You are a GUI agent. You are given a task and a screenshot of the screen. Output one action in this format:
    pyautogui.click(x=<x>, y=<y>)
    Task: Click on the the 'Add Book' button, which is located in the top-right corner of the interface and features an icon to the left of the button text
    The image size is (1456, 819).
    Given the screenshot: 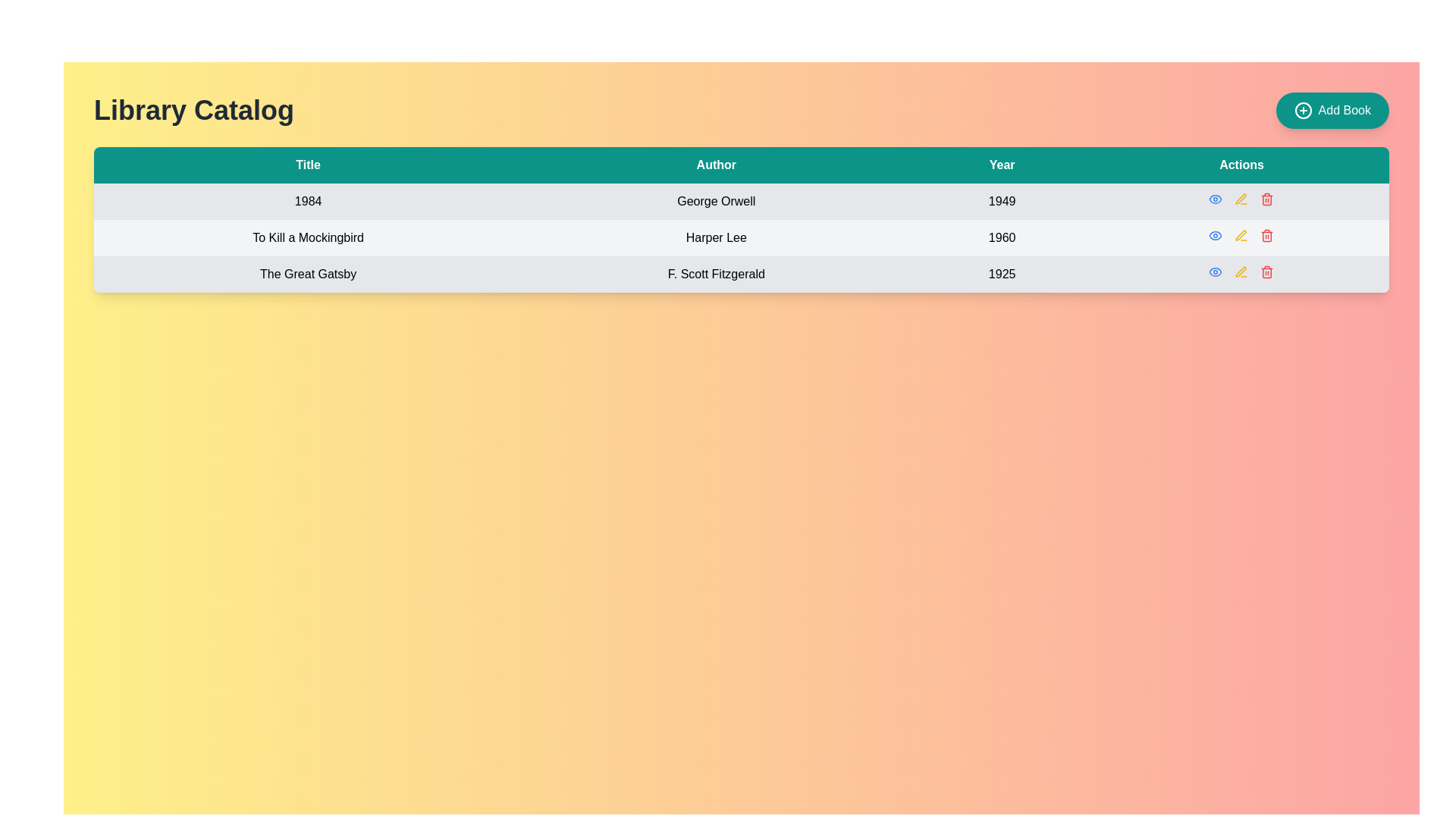 What is the action you would take?
    pyautogui.click(x=1302, y=110)
    